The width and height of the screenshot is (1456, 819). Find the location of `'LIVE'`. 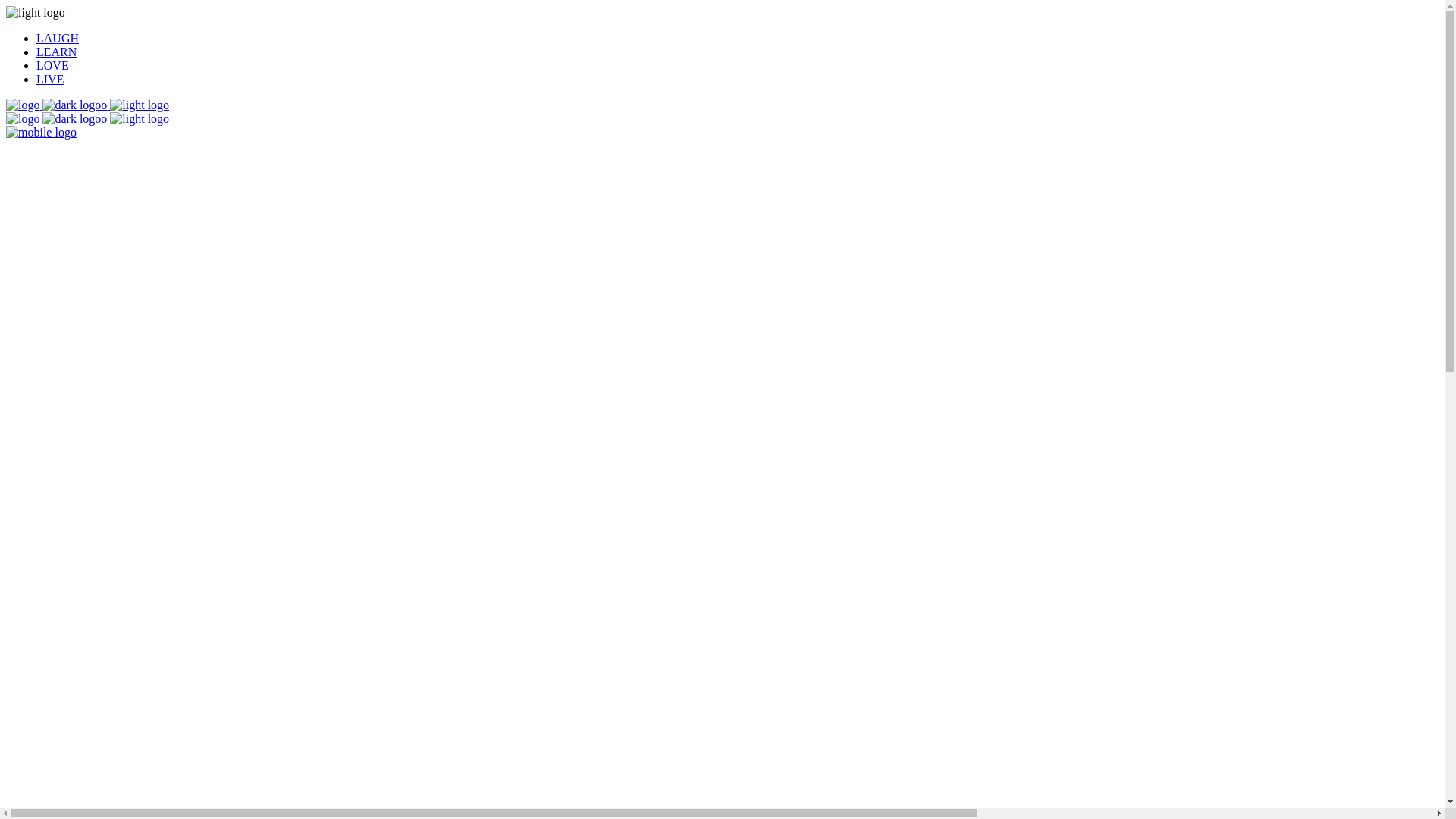

'LIVE' is located at coordinates (50, 79).